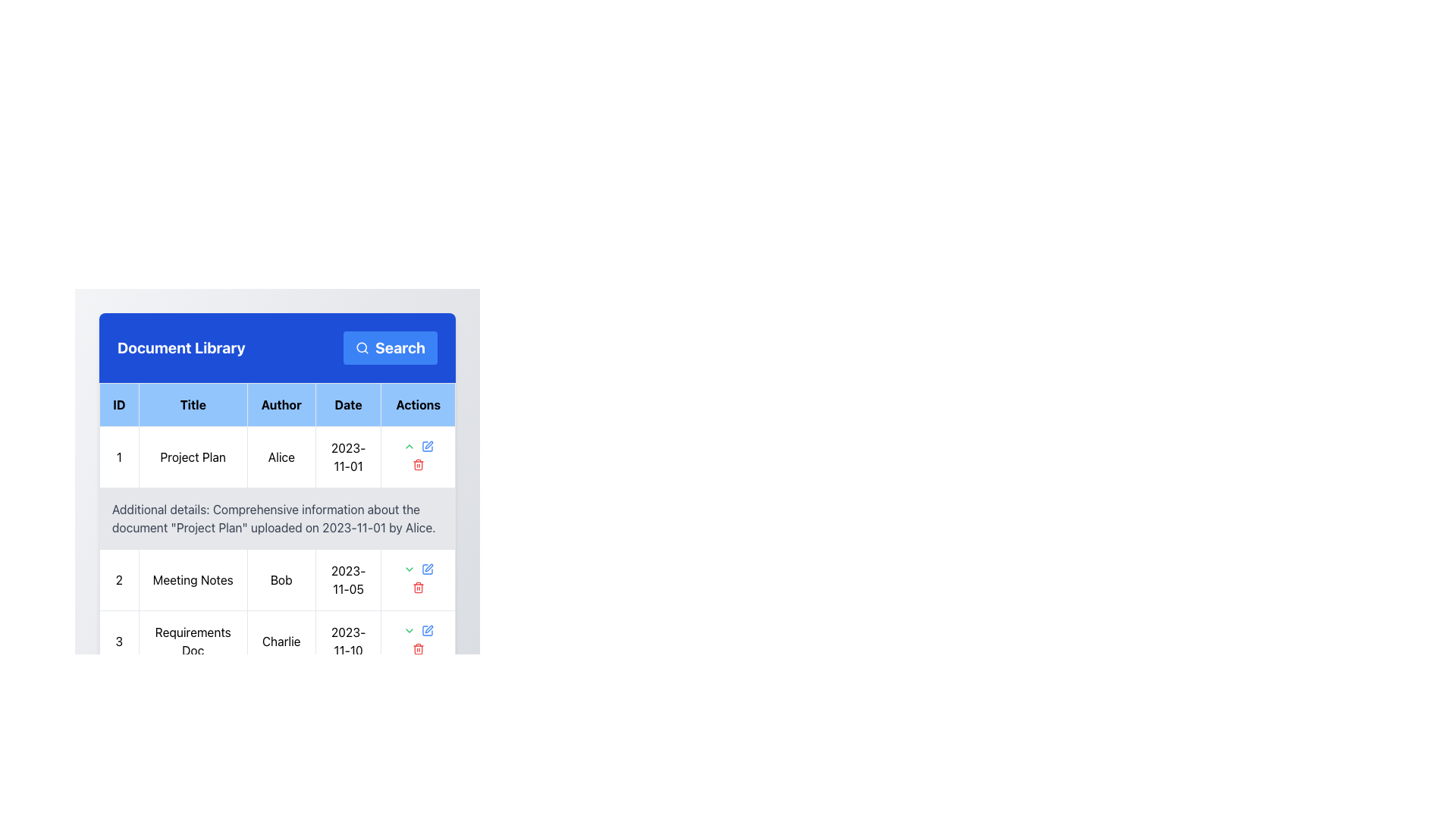 The image size is (1456, 819). Describe the element at coordinates (426, 570) in the screenshot. I see `the pen icon button located in the 'Actions' column of the second row (Meeting Notes, Bob, 2023-11-05) to initiate editing` at that location.